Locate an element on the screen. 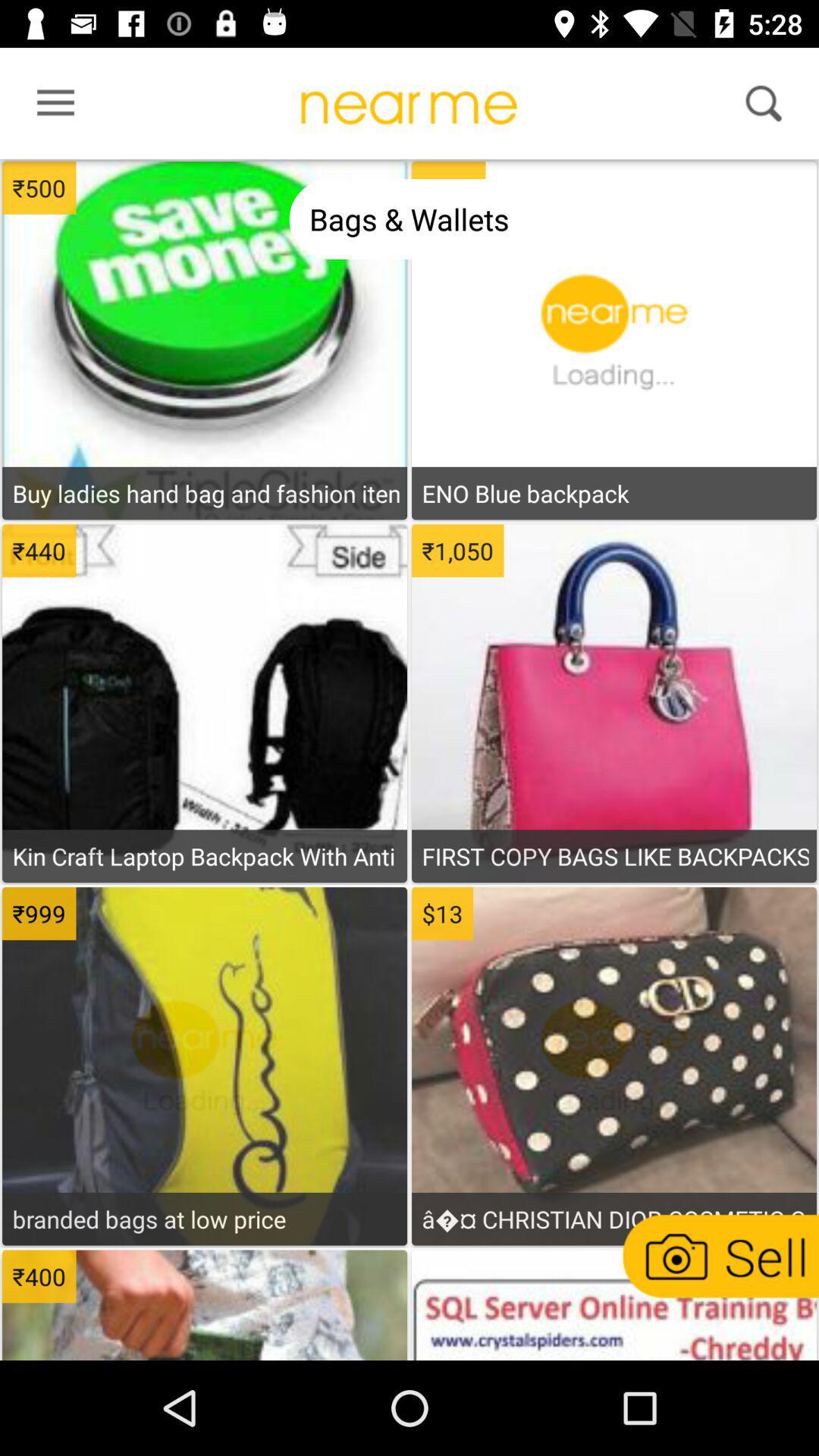 Image resolution: width=819 pixels, height=1456 pixels. upload a picture is located at coordinates (718, 1256).